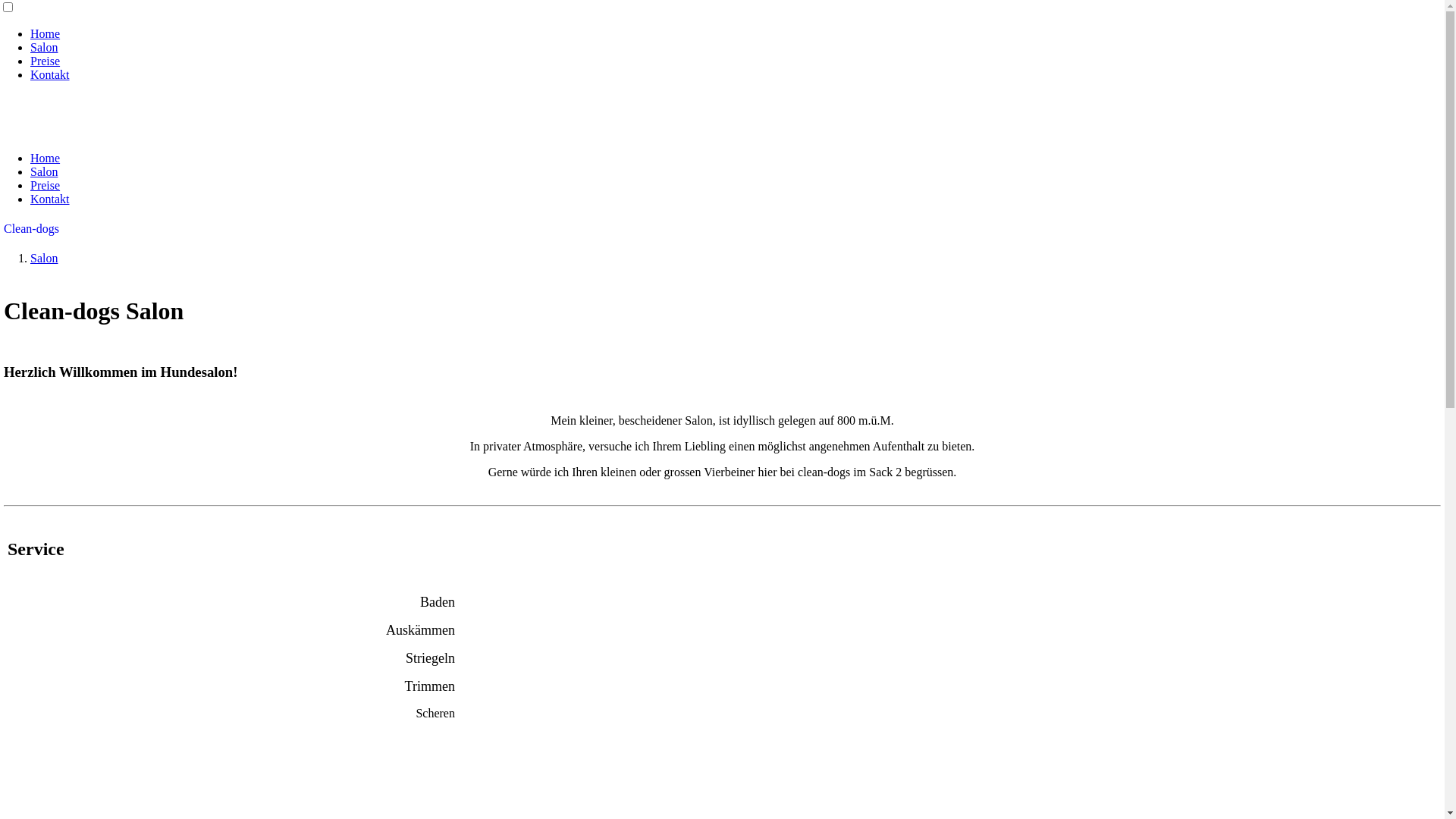 The height and width of the screenshot is (819, 1456). I want to click on 'Salon', so click(43, 257).